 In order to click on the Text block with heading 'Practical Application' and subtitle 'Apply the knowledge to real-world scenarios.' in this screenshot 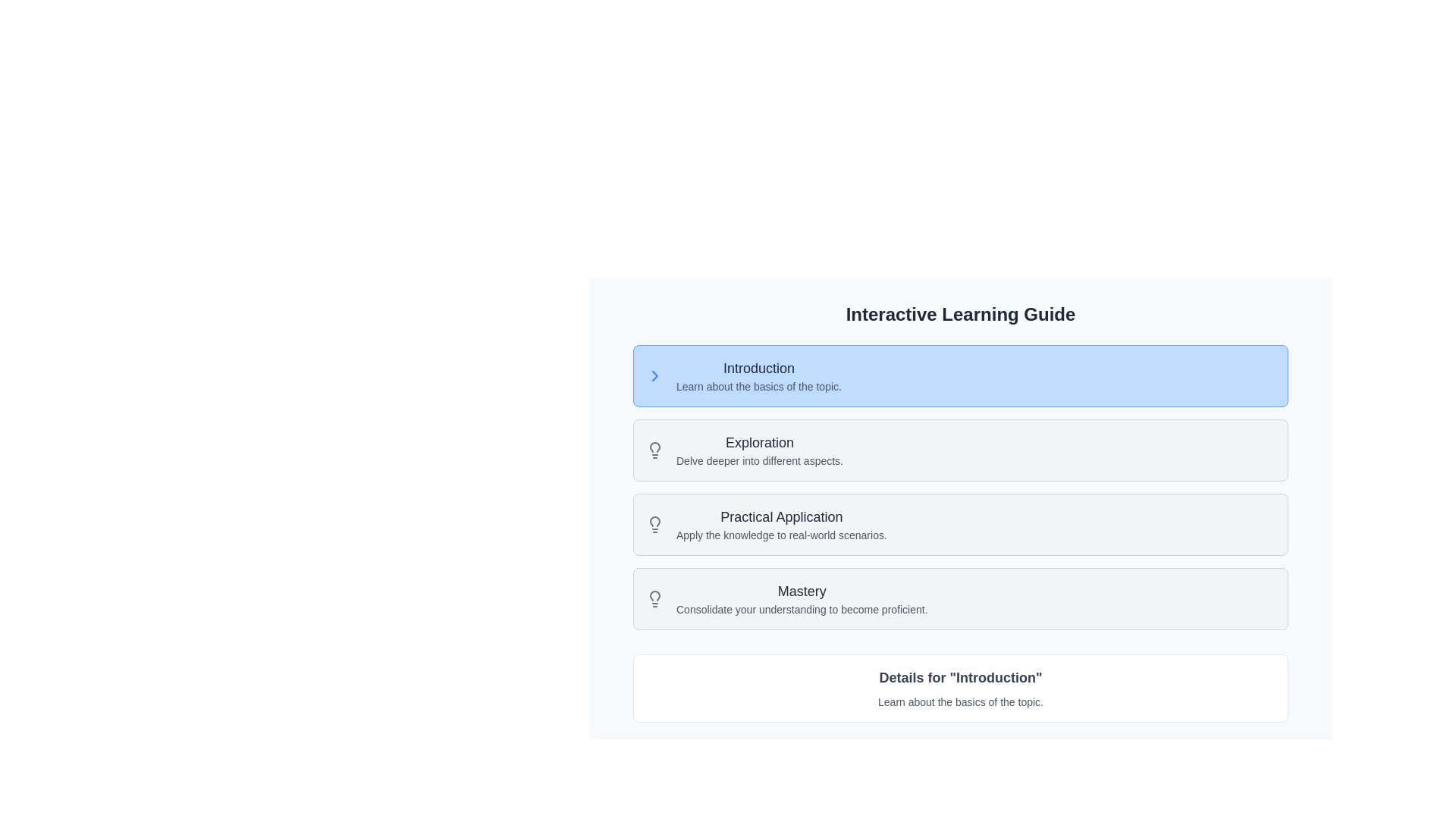, I will do `click(781, 523)`.